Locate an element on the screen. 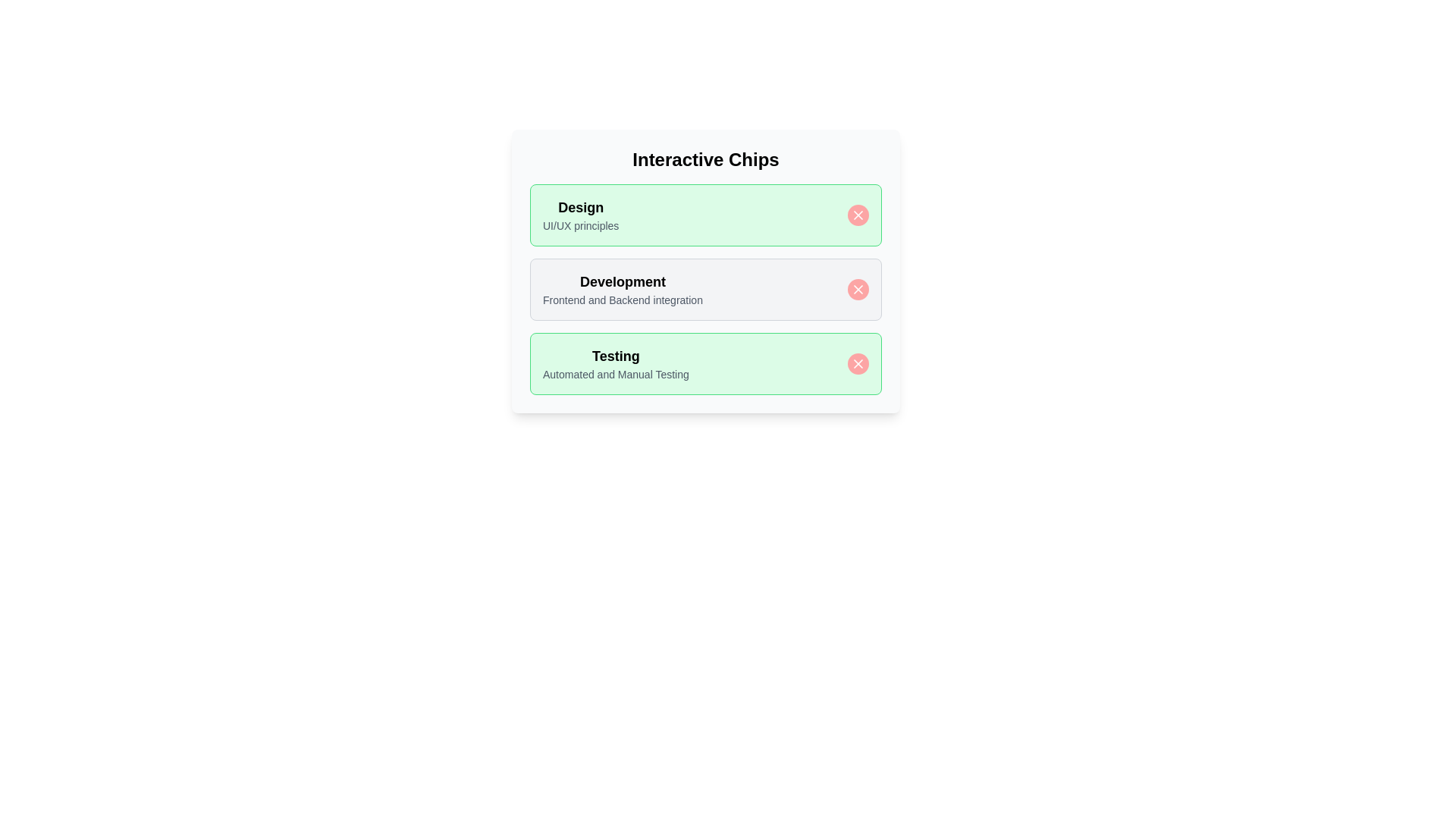 The image size is (1456, 819). the chip labeled Testing by clicking it is located at coordinates (705, 363).